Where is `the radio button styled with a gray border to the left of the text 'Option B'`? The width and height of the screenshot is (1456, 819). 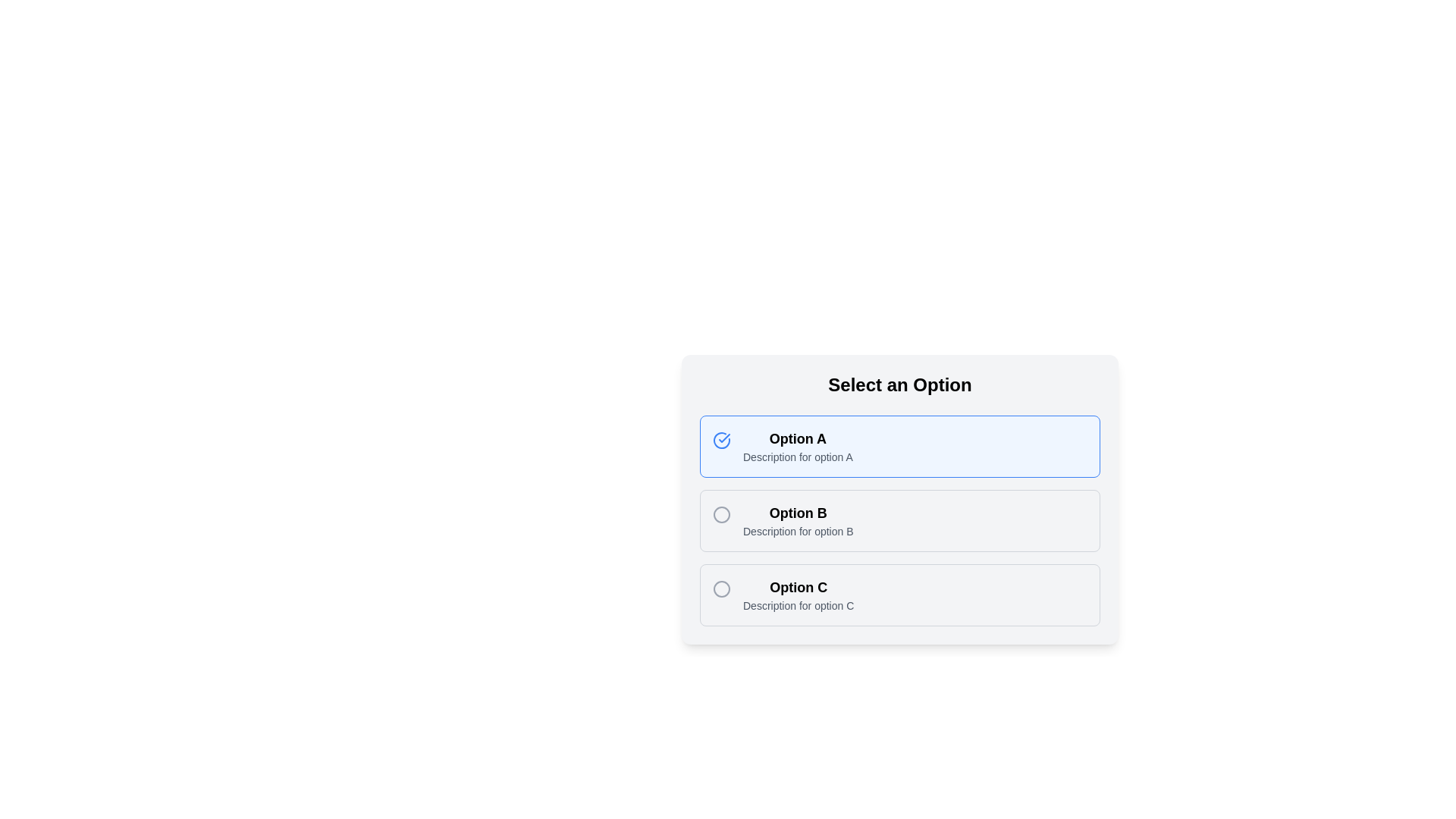
the radio button styled with a gray border to the left of the text 'Option B' is located at coordinates (720, 513).